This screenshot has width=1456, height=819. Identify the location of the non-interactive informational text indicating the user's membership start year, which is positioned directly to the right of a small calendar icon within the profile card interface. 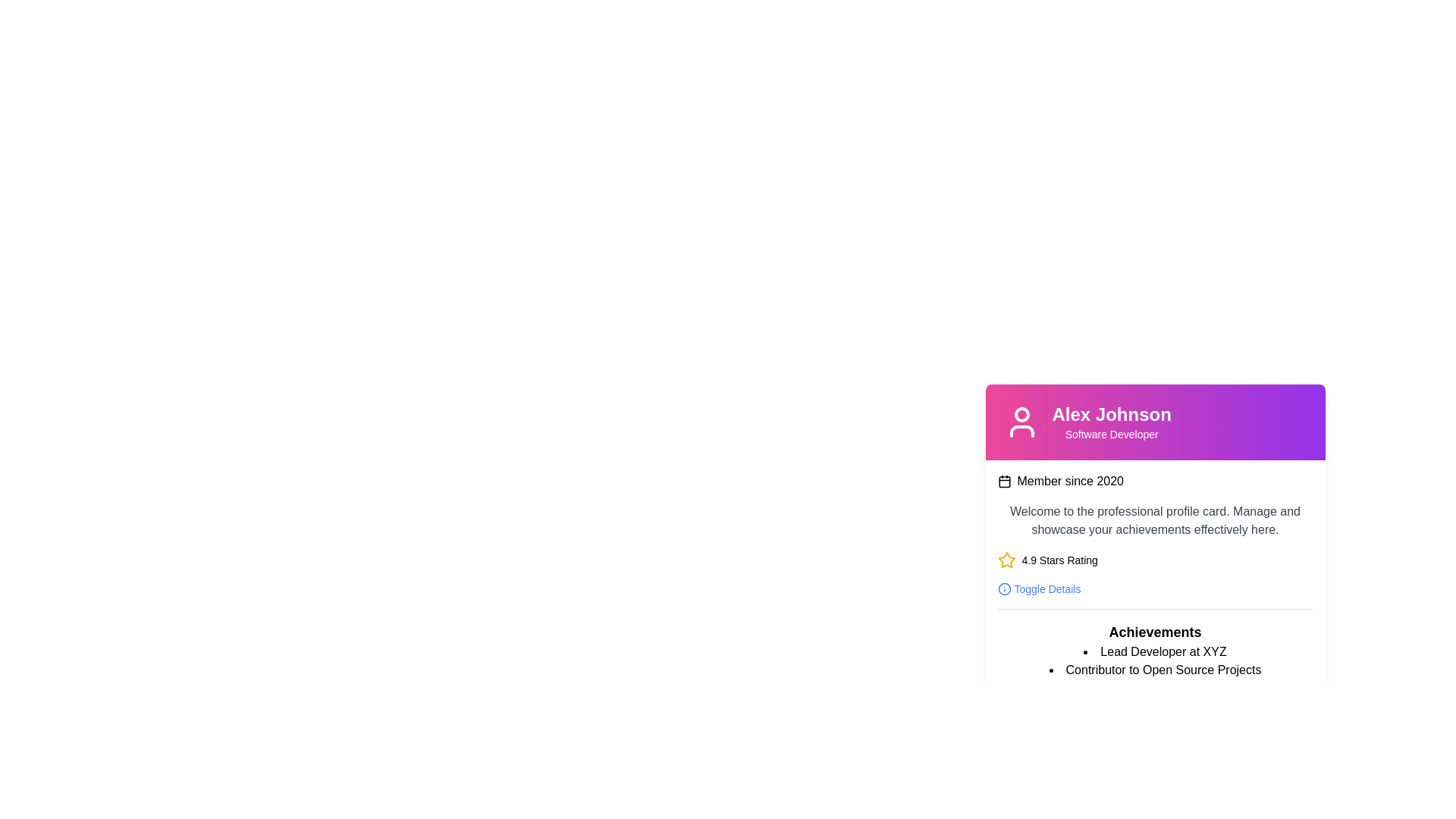
(1069, 482).